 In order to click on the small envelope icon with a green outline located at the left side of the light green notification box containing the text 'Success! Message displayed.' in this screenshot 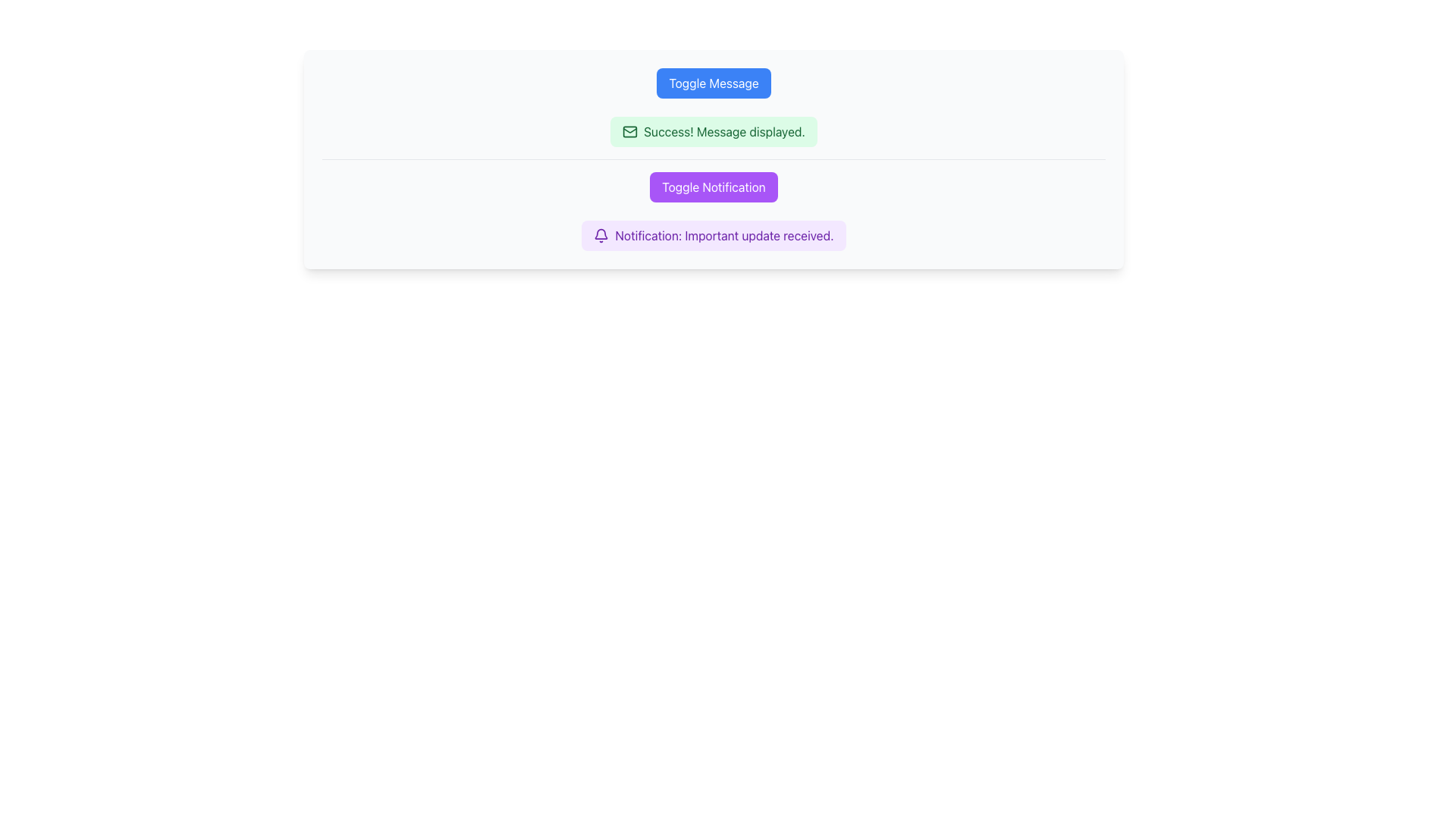, I will do `click(630, 130)`.